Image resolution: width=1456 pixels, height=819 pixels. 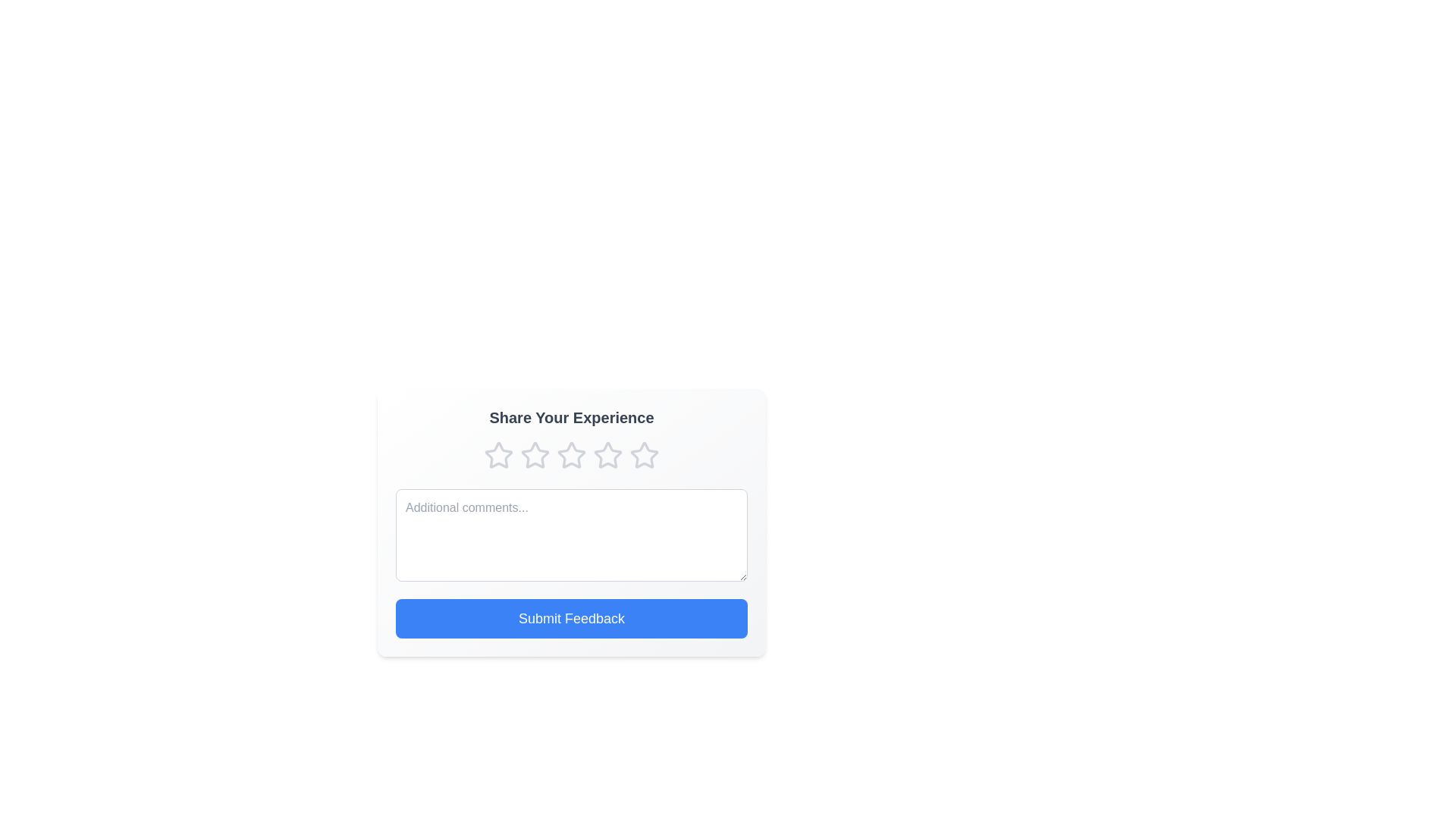 What do you see at coordinates (570, 454) in the screenshot?
I see `the third star icon in the 5-star rating system to rate it below the 'Share Your Experience' label` at bounding box center [570, 454].